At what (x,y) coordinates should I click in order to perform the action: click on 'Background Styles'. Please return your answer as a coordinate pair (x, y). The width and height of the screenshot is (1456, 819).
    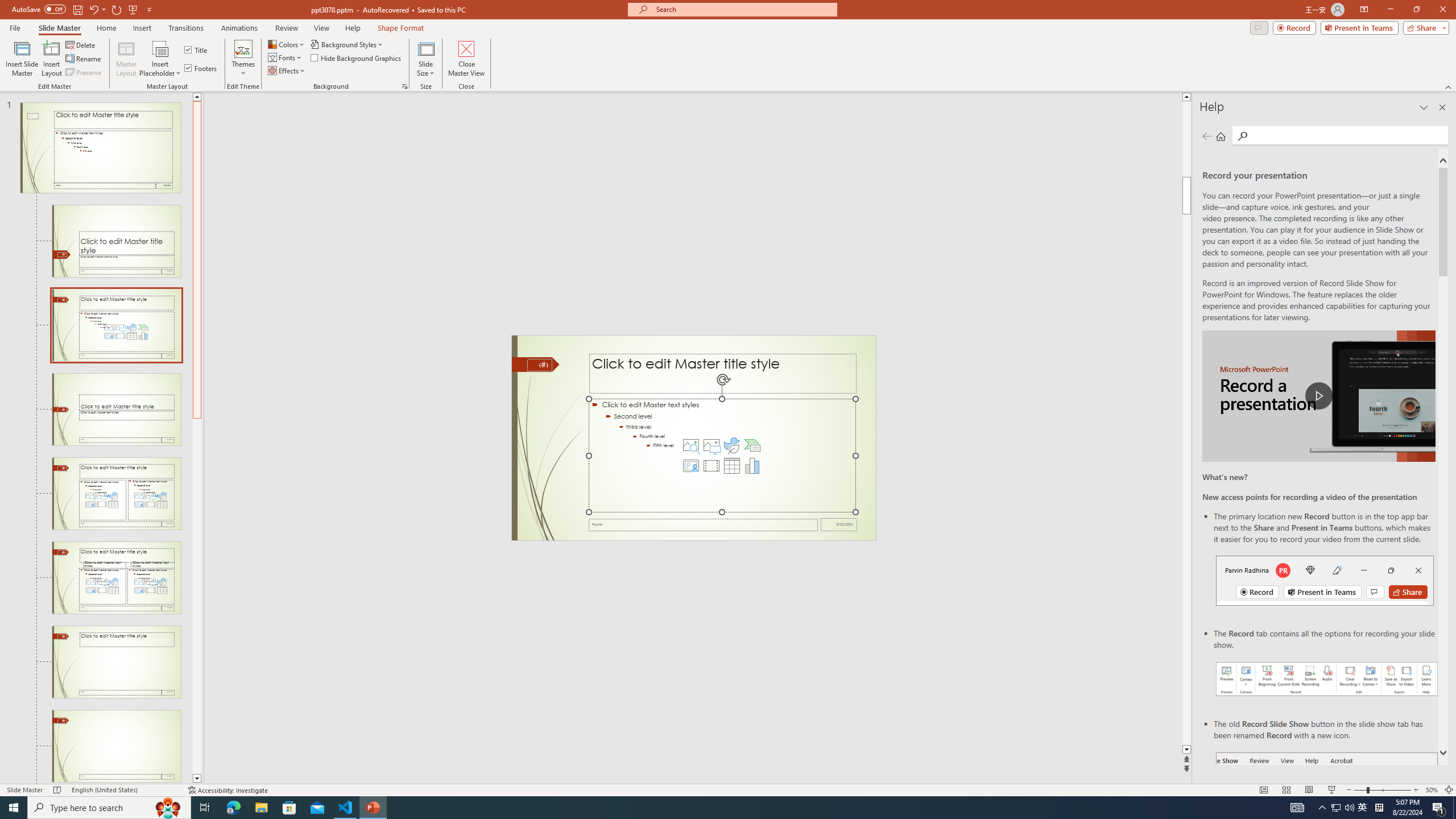
    Looking at the image, I should click on (348, 44).